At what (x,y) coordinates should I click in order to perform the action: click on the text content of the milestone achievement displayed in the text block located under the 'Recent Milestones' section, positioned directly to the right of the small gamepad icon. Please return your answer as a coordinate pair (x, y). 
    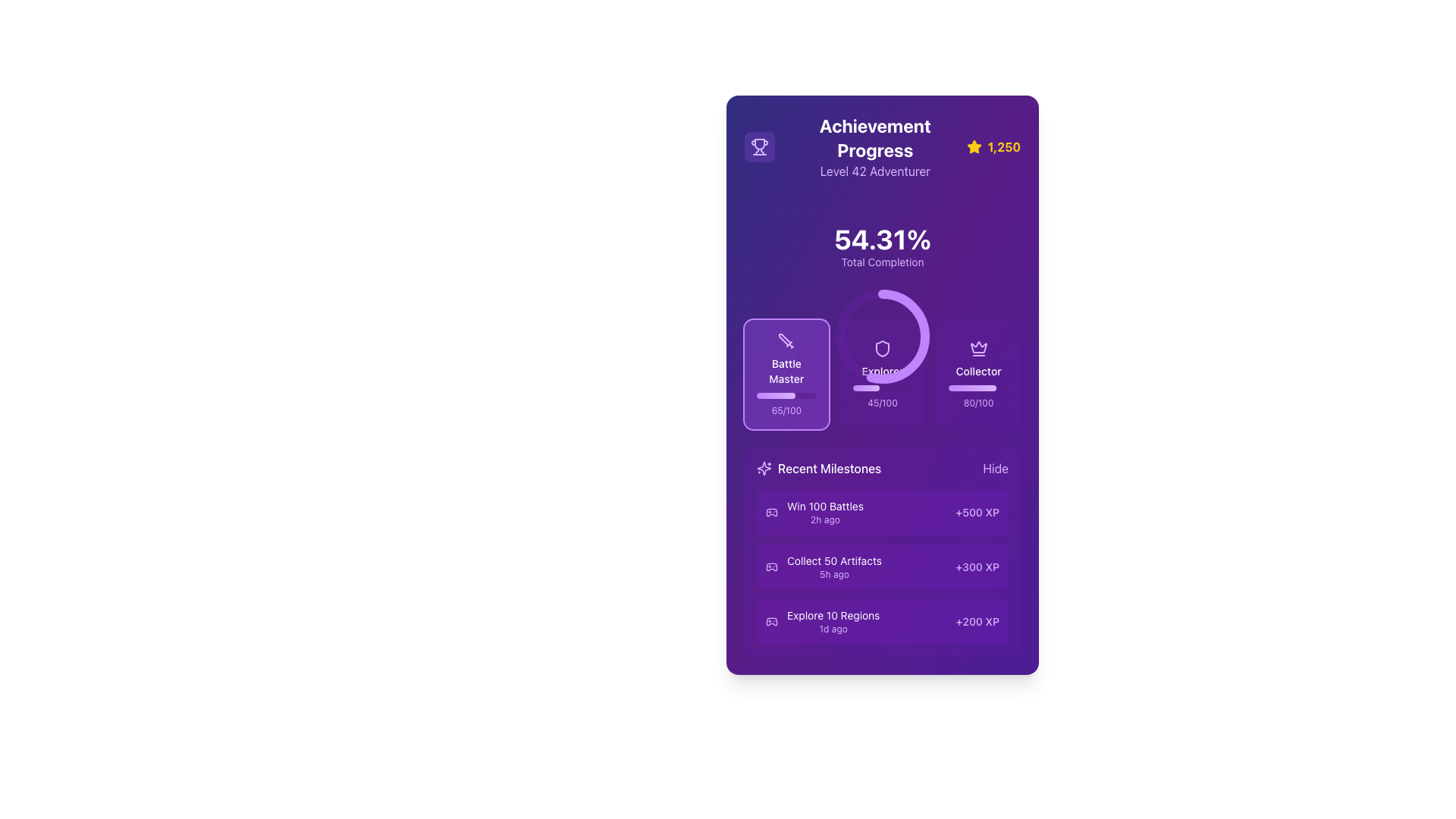
    Looking at the image, I should click on (824, 512).